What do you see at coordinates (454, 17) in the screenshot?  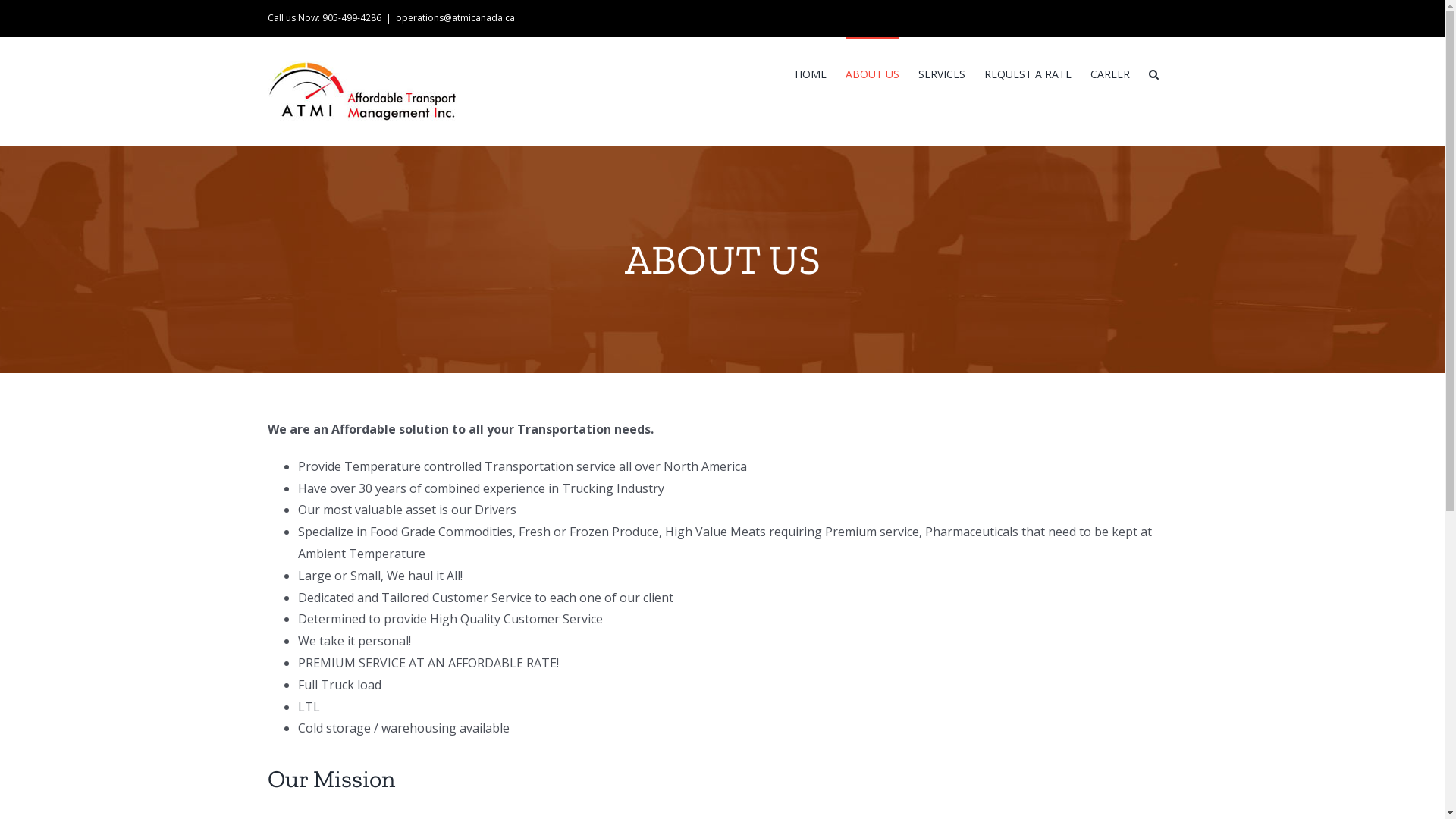 I see `'operations@atmicanada.ca'` at bounding box center [454, 17].